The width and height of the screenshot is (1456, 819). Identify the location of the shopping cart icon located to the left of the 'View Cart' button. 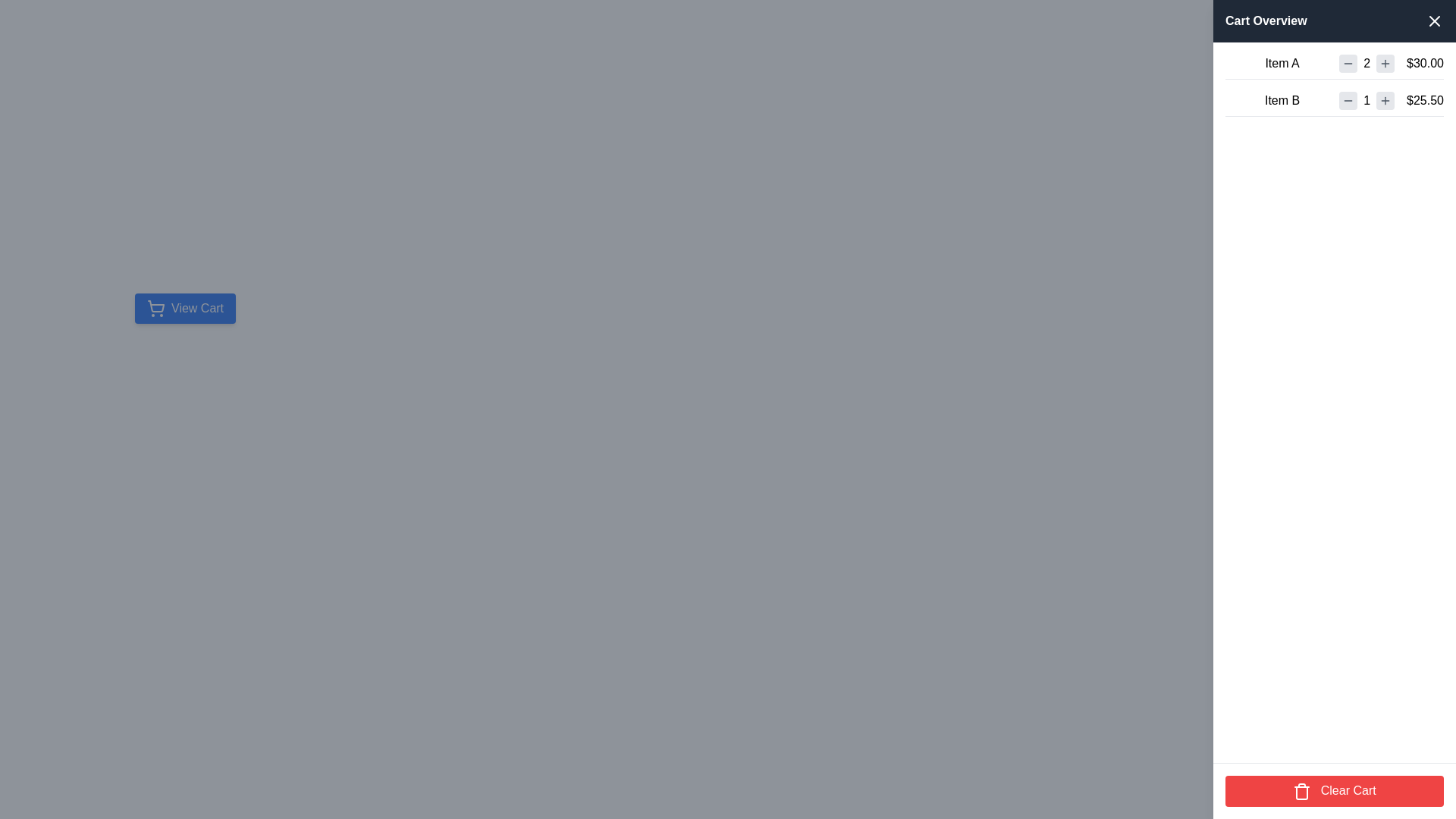
(156, 308).